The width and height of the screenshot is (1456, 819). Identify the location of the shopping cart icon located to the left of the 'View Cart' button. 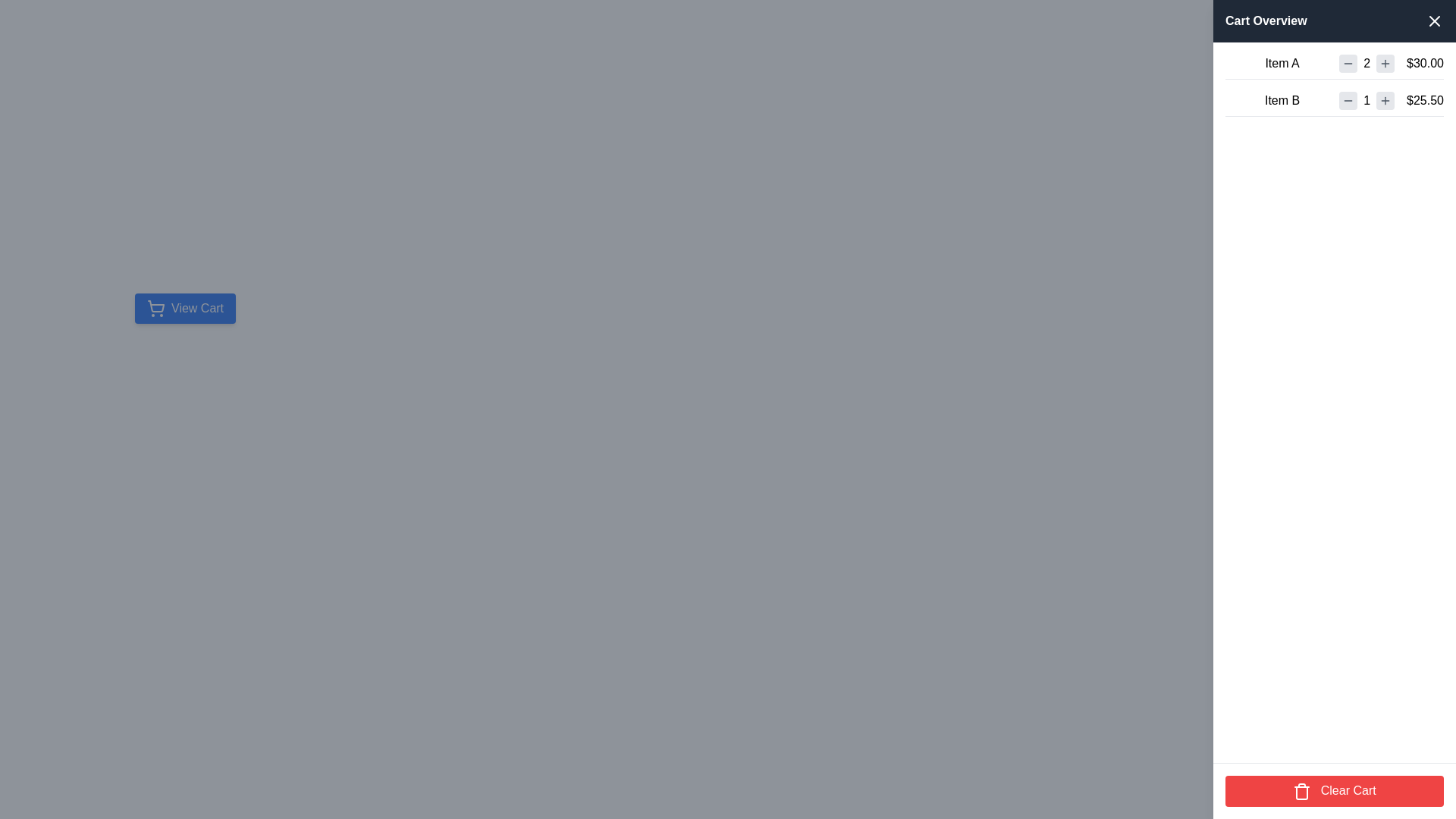
(156, 308).